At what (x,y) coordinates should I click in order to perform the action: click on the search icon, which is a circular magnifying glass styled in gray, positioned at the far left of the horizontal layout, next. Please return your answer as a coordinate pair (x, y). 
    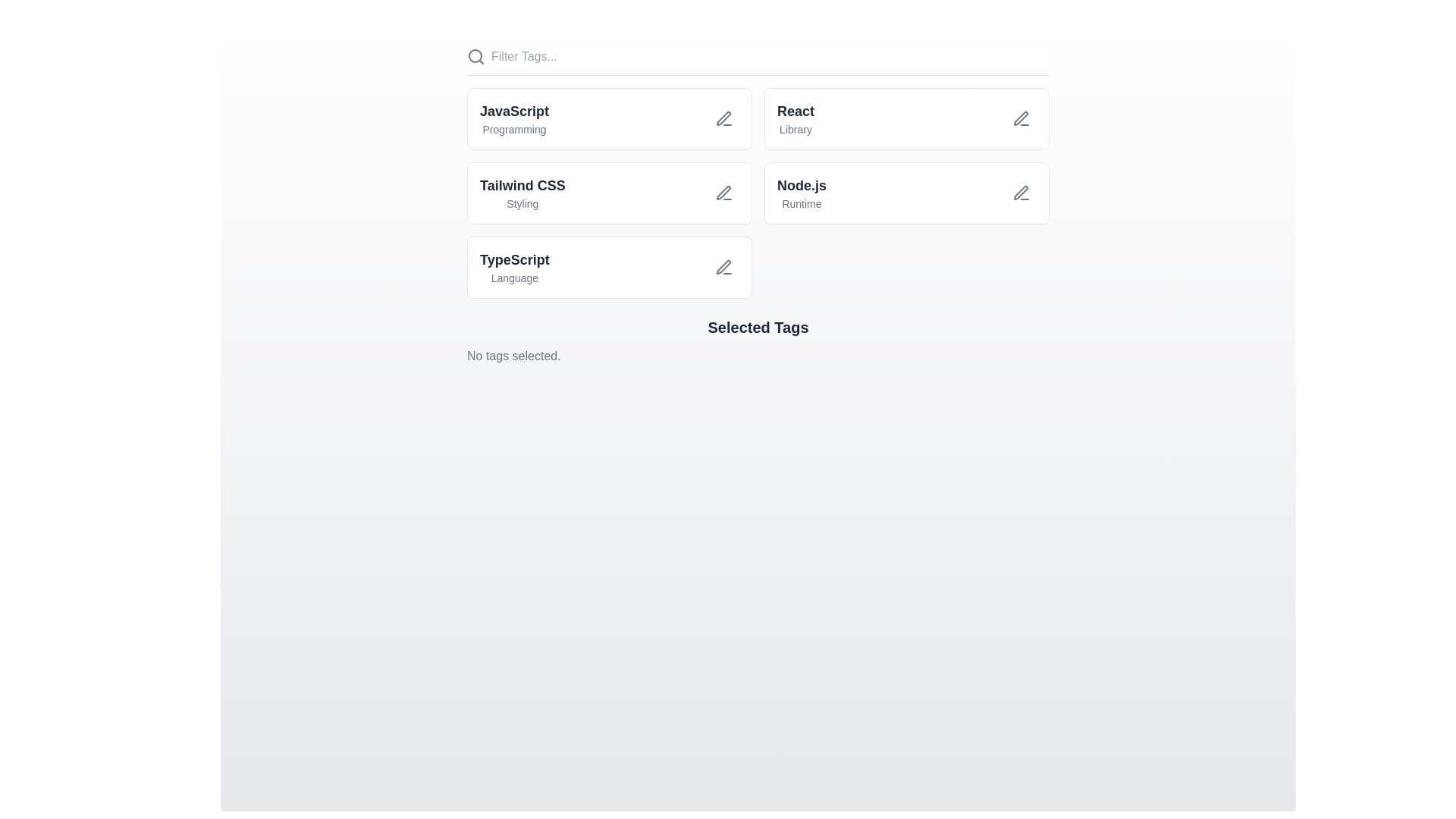
    Looking at the image, I should click on (475, 55).